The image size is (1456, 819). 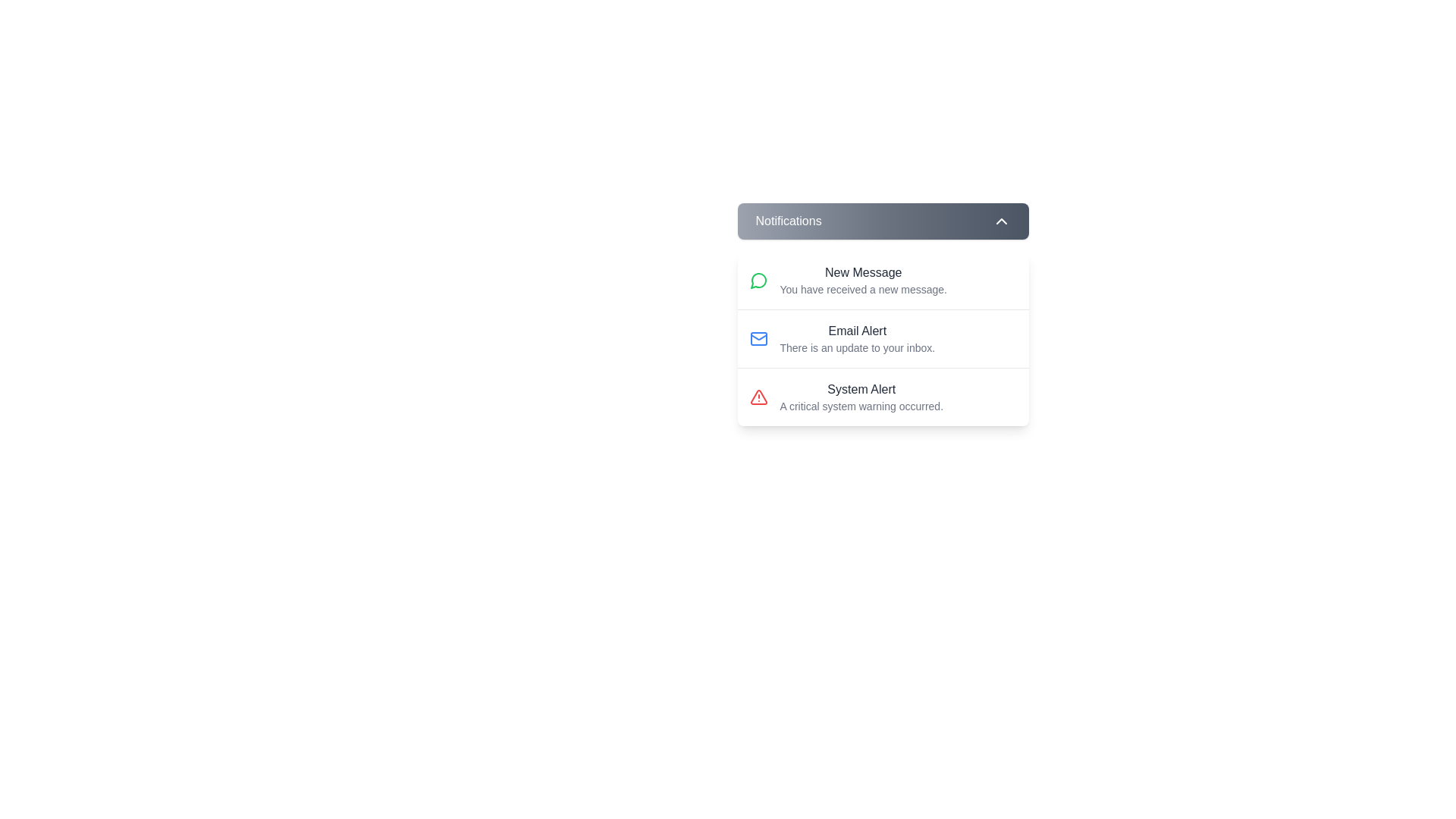 What do you see at coordinates (857, 330) in the screenshot?
I see `the Text label that identifies email alerts in the Notifications section, positioned above the message content 'There is an update to your inbox.'` at bounding box center [857, 330].